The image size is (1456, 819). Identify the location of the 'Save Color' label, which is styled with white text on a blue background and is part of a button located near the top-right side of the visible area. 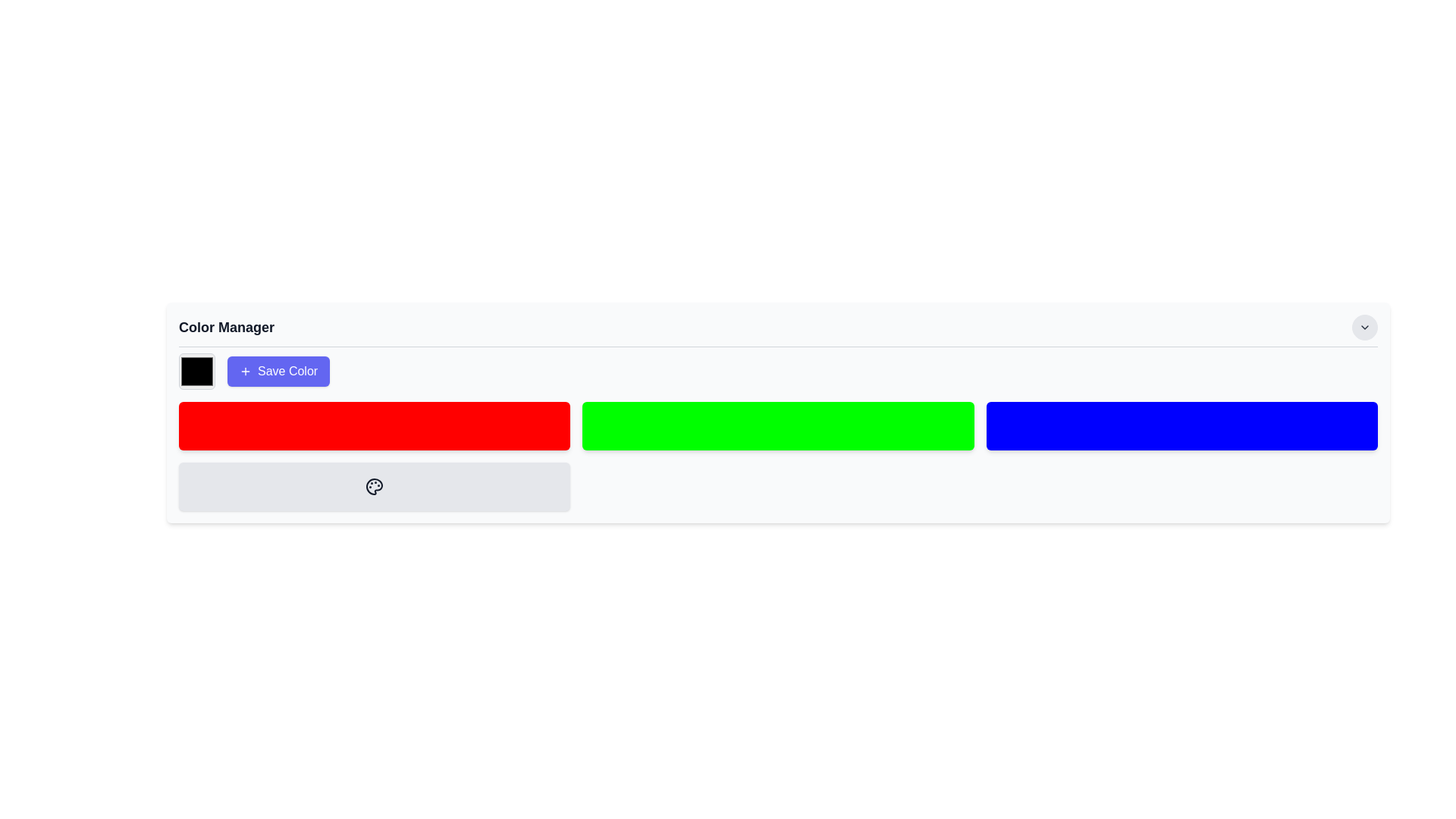
(287, 371).